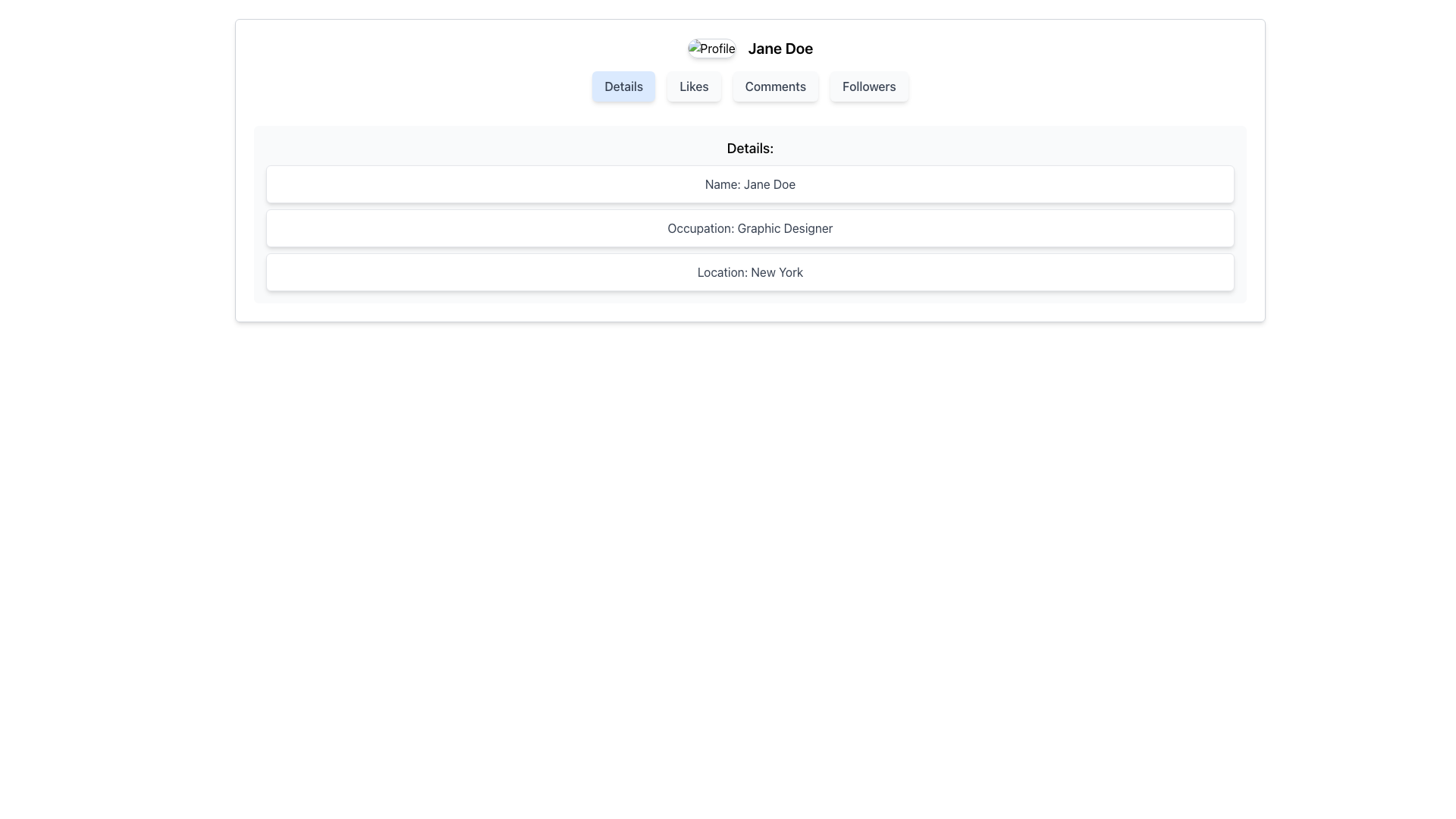 Image resolution: width=1456 pixels, height=819 pixels. Describe the element at coordinates (750, 48) in the screenshot. I see `the 'Jane Doe' text in the Profile header to potentially display additional information` at that location.